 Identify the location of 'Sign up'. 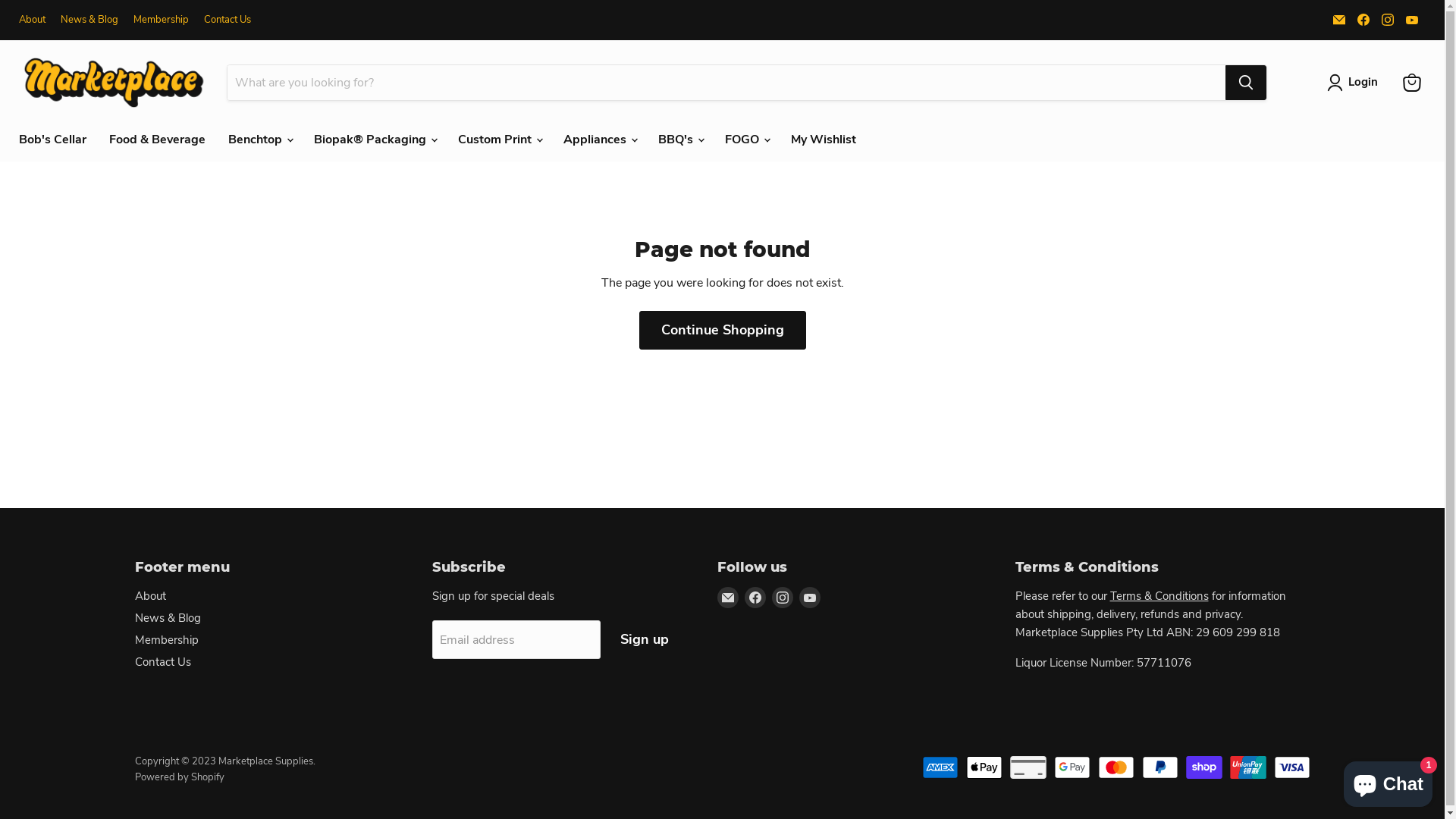
(644, 639).